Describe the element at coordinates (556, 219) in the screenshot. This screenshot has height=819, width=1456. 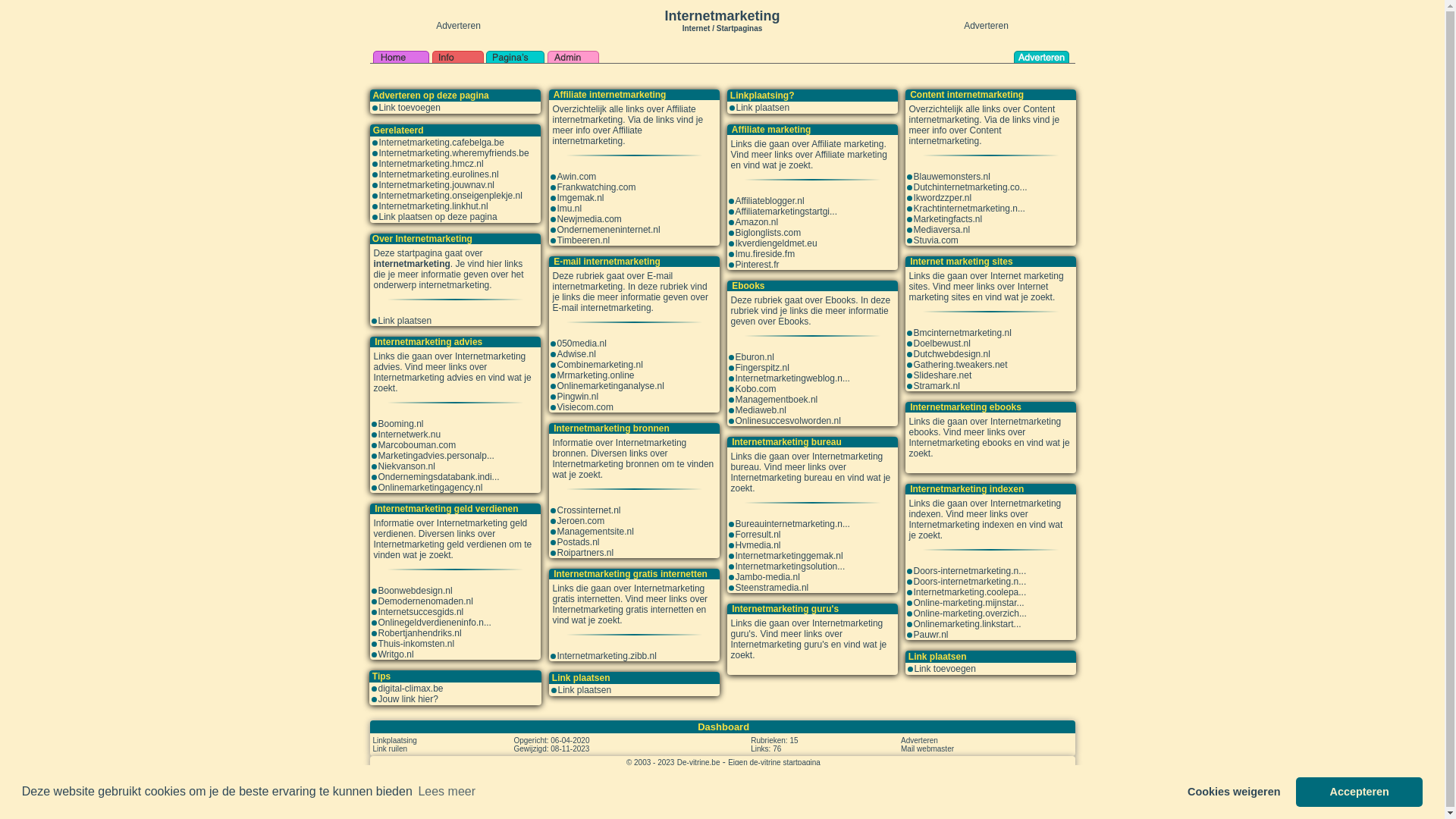
I see `'Newjmedia.com'` at that location.